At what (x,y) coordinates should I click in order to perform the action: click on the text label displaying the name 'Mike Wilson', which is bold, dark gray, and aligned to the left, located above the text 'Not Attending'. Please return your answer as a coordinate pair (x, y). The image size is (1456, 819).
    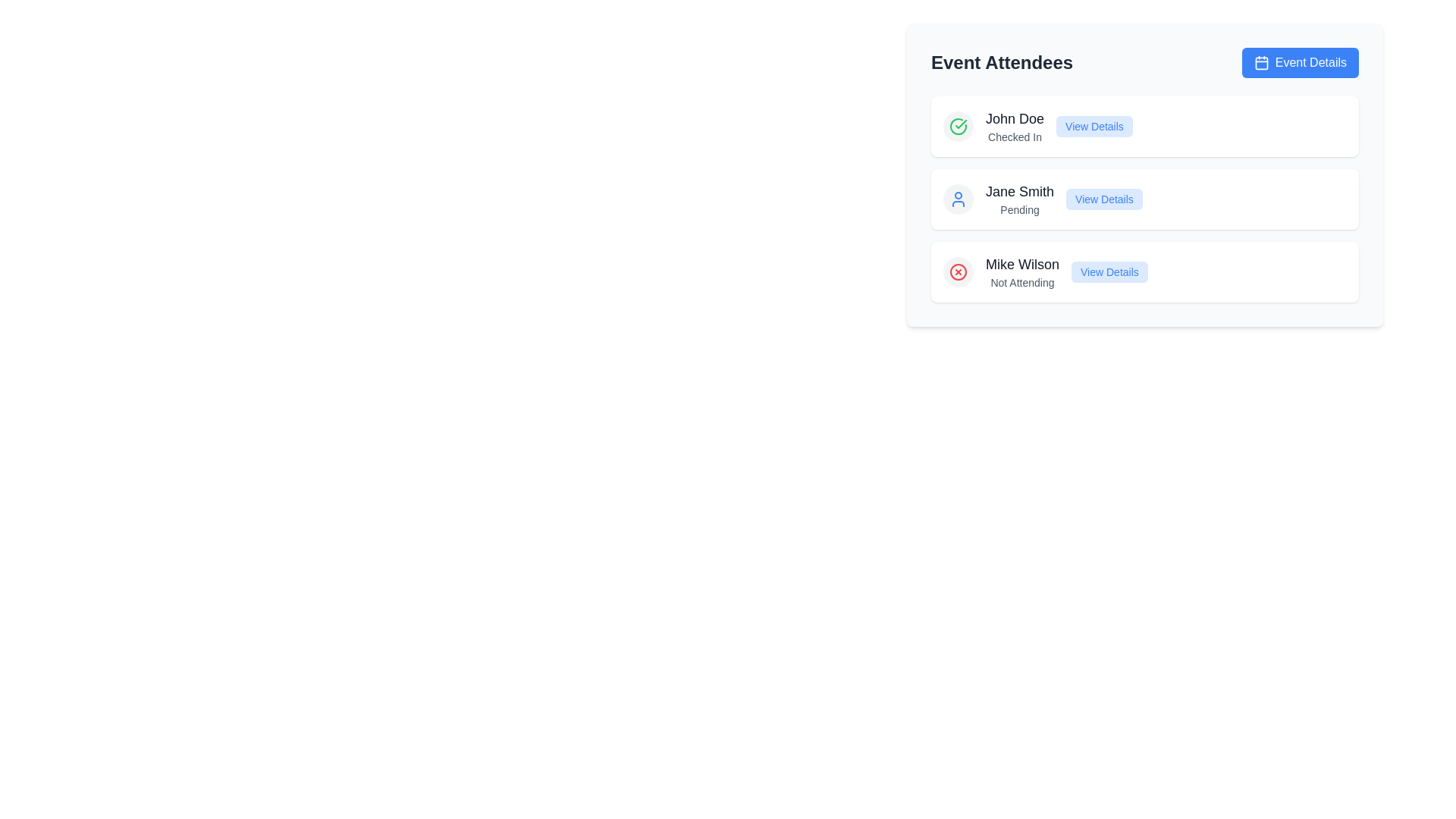
    Looking at the image, I should click on (1022, 263).